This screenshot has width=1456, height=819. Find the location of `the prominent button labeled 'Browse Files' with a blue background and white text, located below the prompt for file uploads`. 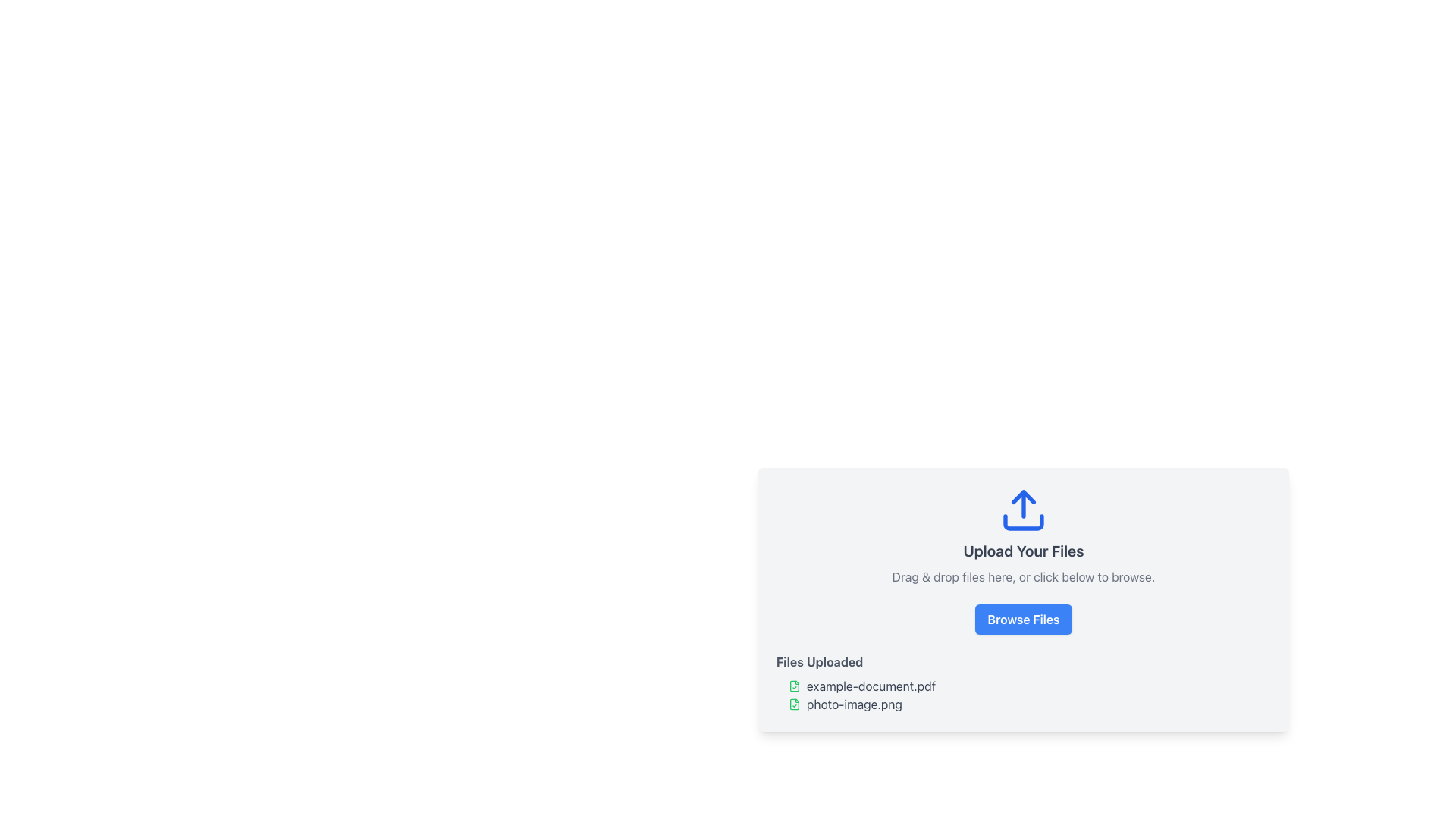

the prominent button labeled 'Browse Files' with a blue background and white text, located below the prompt for file uploads is located at coordinates (1023, 620).